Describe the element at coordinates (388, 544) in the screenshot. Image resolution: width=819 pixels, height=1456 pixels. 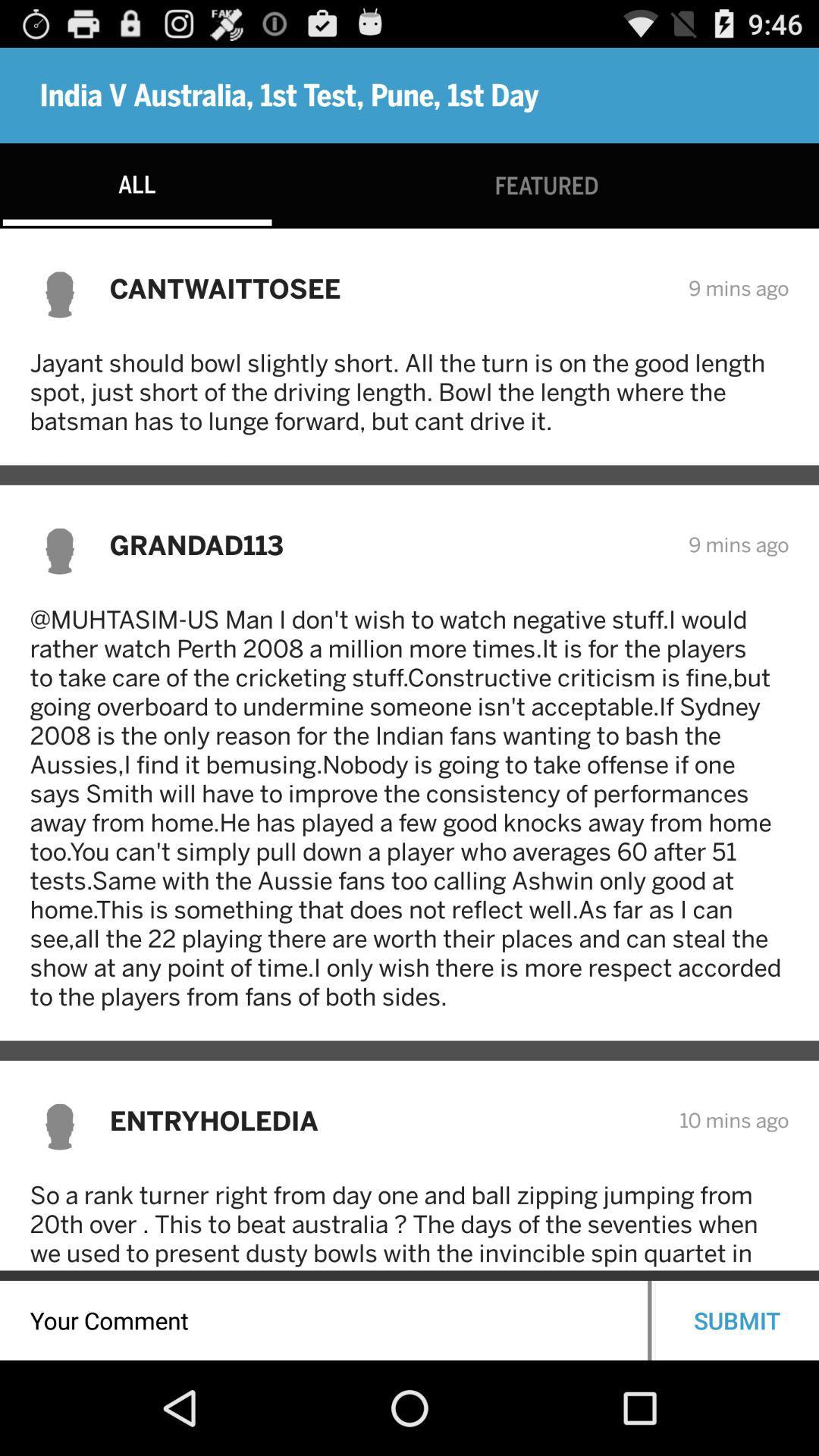
I see `the icon next to 9 mins ago` at that location.